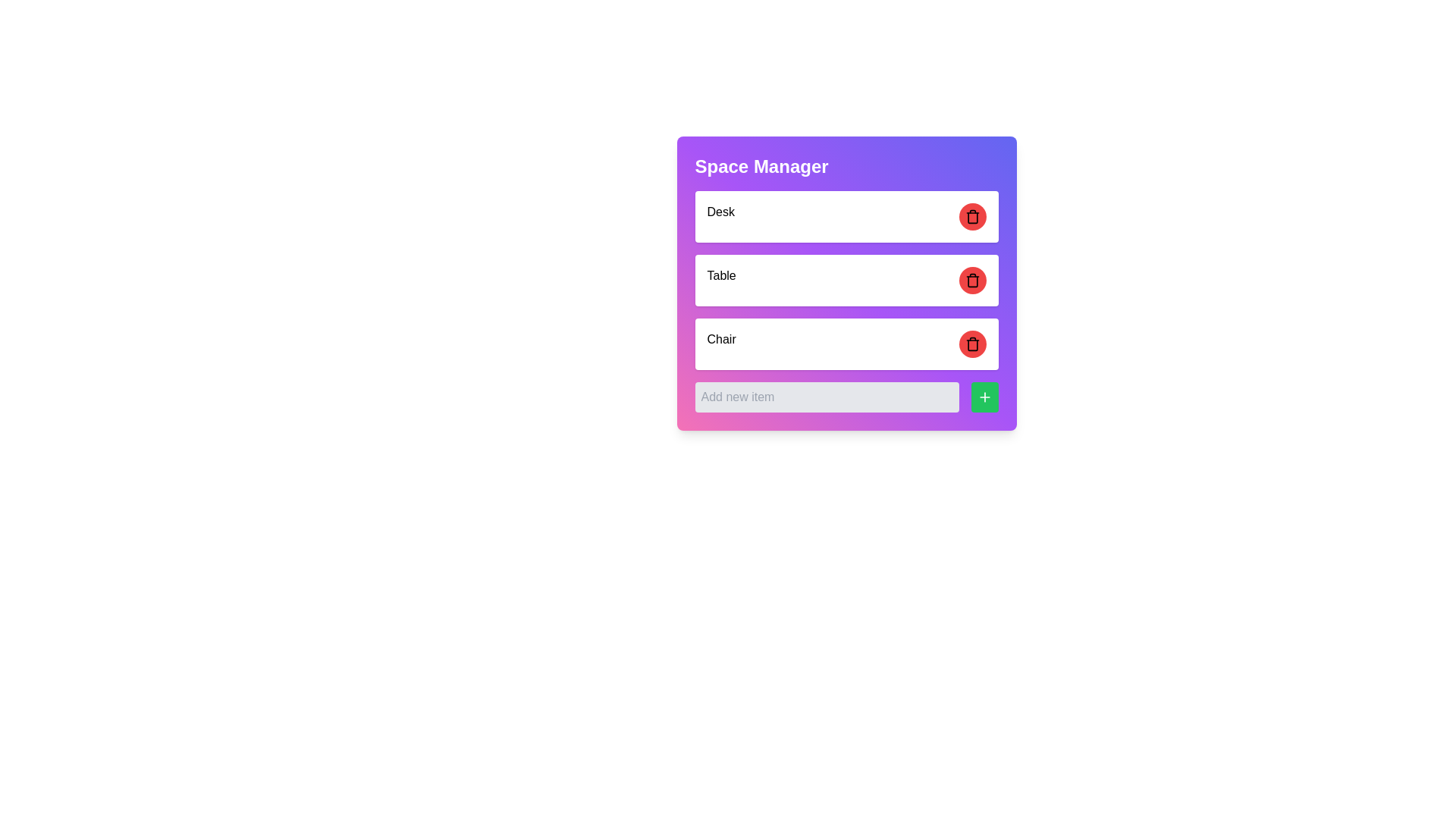 The width and height of the screenshot is (1456, 819). What do you see at coordinates (984, 397) in the screenshot?
I see `the action icon located at the bottom-right corner of the purple card interface, which is part of a green button` at bounding box center [984, 397].